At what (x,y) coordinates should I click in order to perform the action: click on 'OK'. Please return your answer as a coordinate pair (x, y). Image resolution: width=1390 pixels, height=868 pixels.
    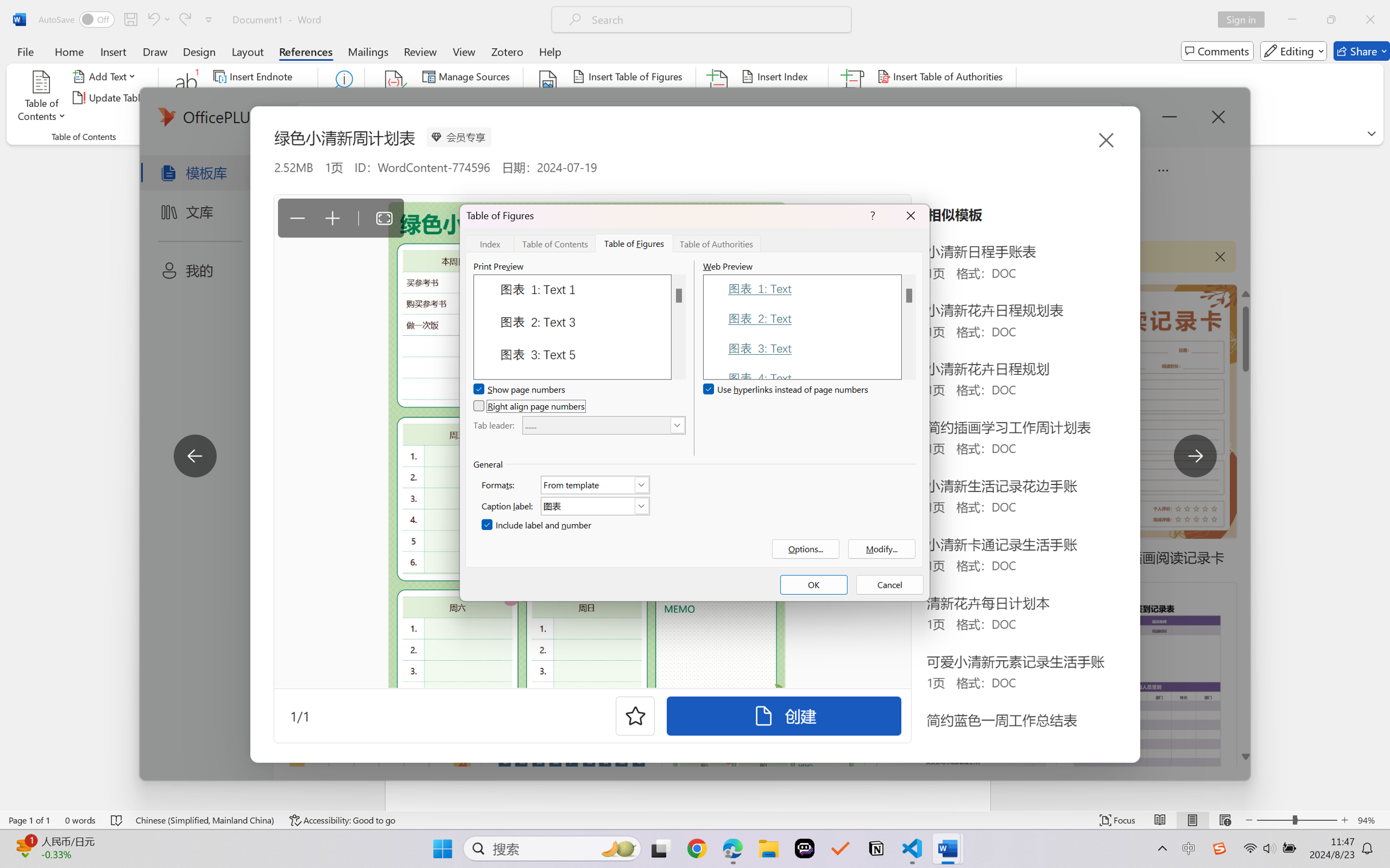
    Looking at the image, I should click on (813, 584).